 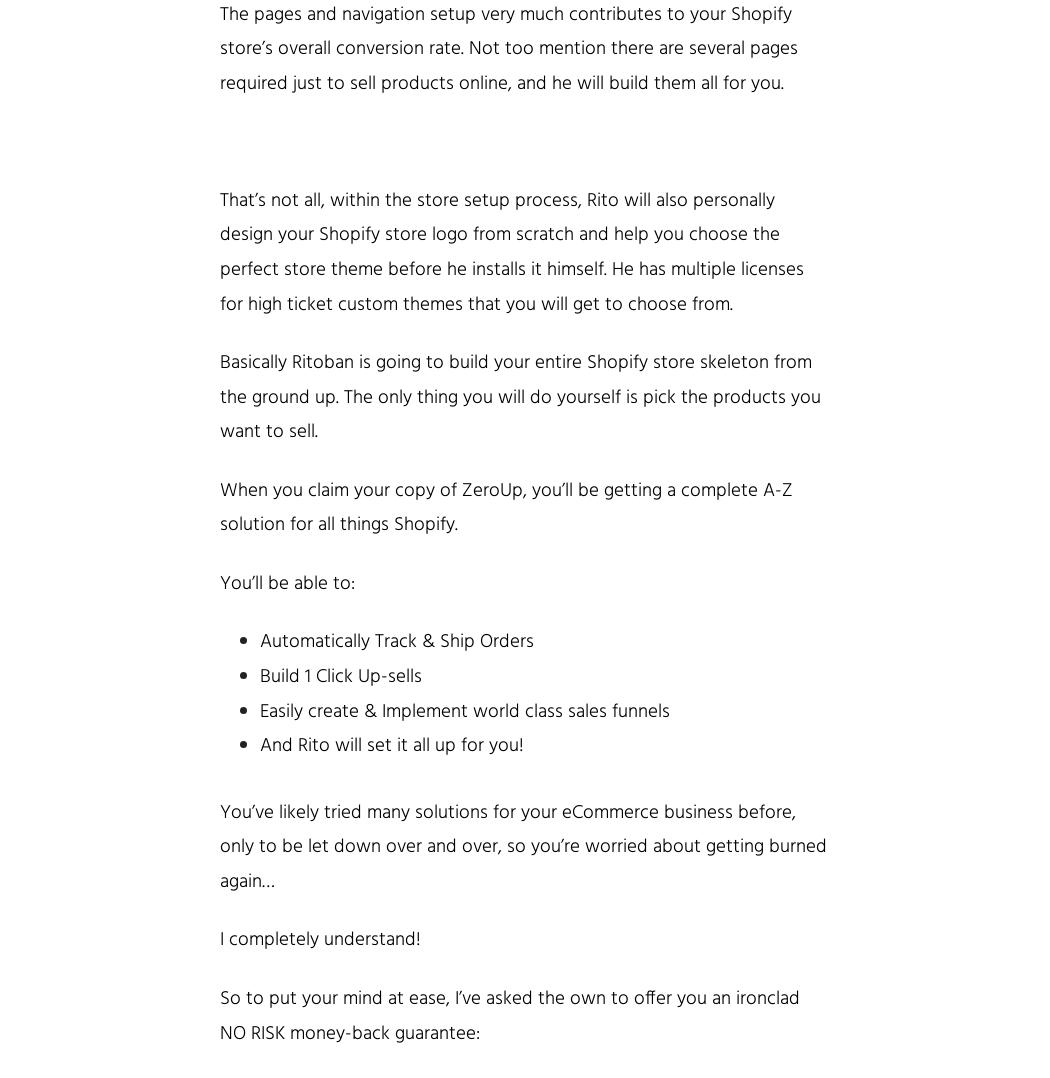 What do you see at coordinates (391, 745) in the screenshot?
I see `'And Rito will set it all up for you!'` at bounding box center [391, 745].